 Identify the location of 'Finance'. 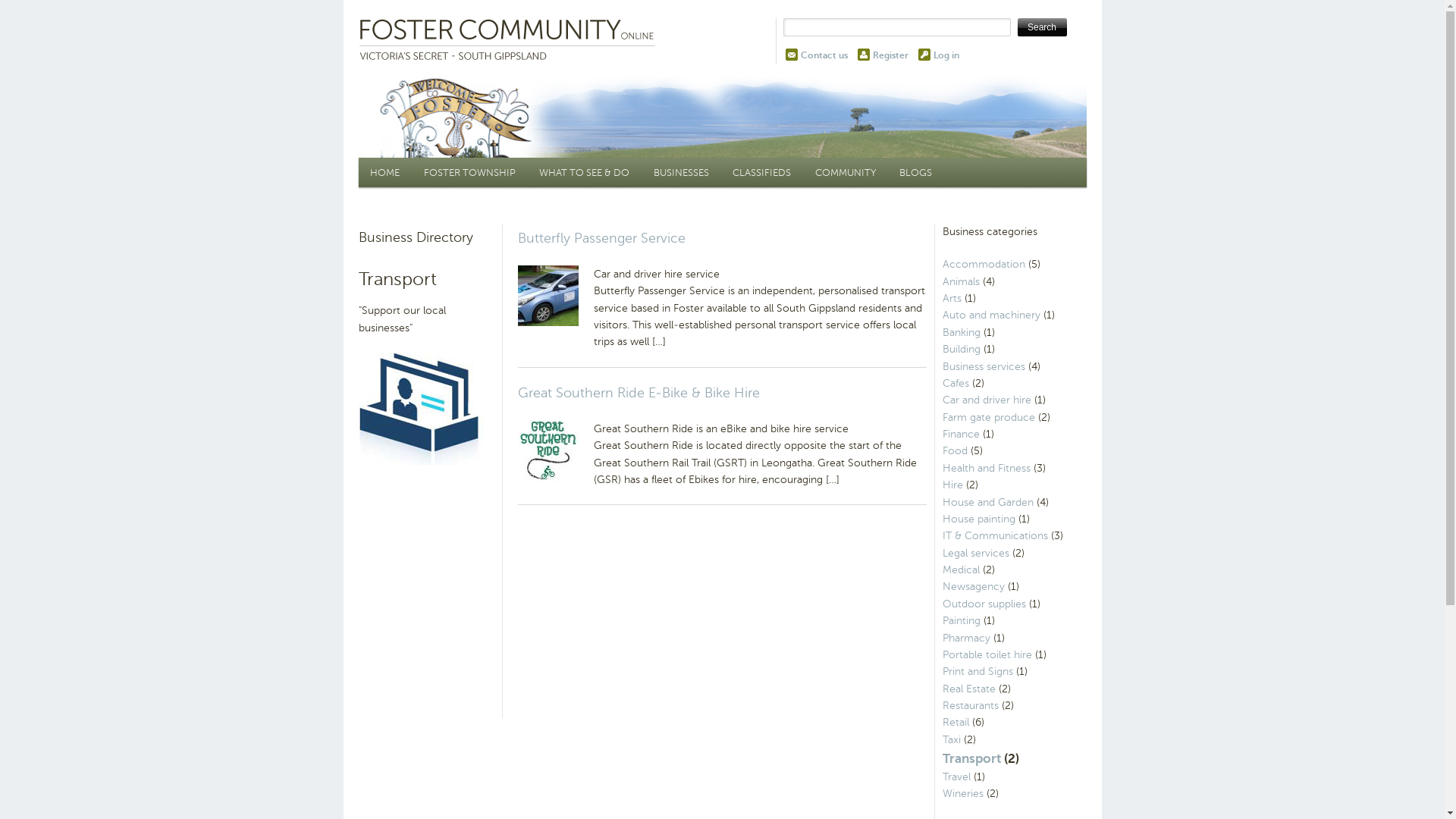
(959, 434).